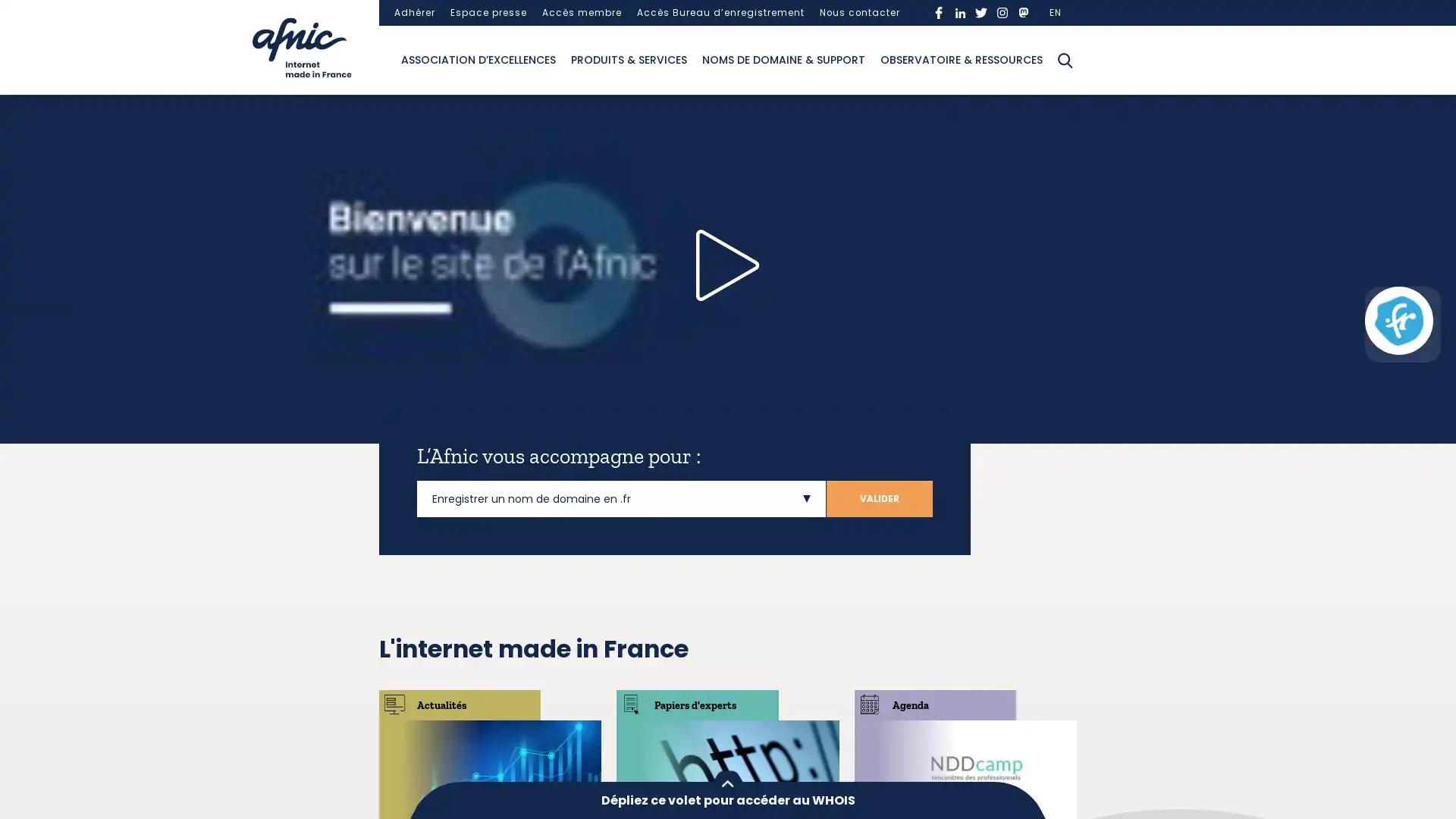 This screenshot has width=1456, height=819. Describe the element at coordinates (1398, 320) in the screenshot. I see `Ouvrir la pastille .fr` at that location.